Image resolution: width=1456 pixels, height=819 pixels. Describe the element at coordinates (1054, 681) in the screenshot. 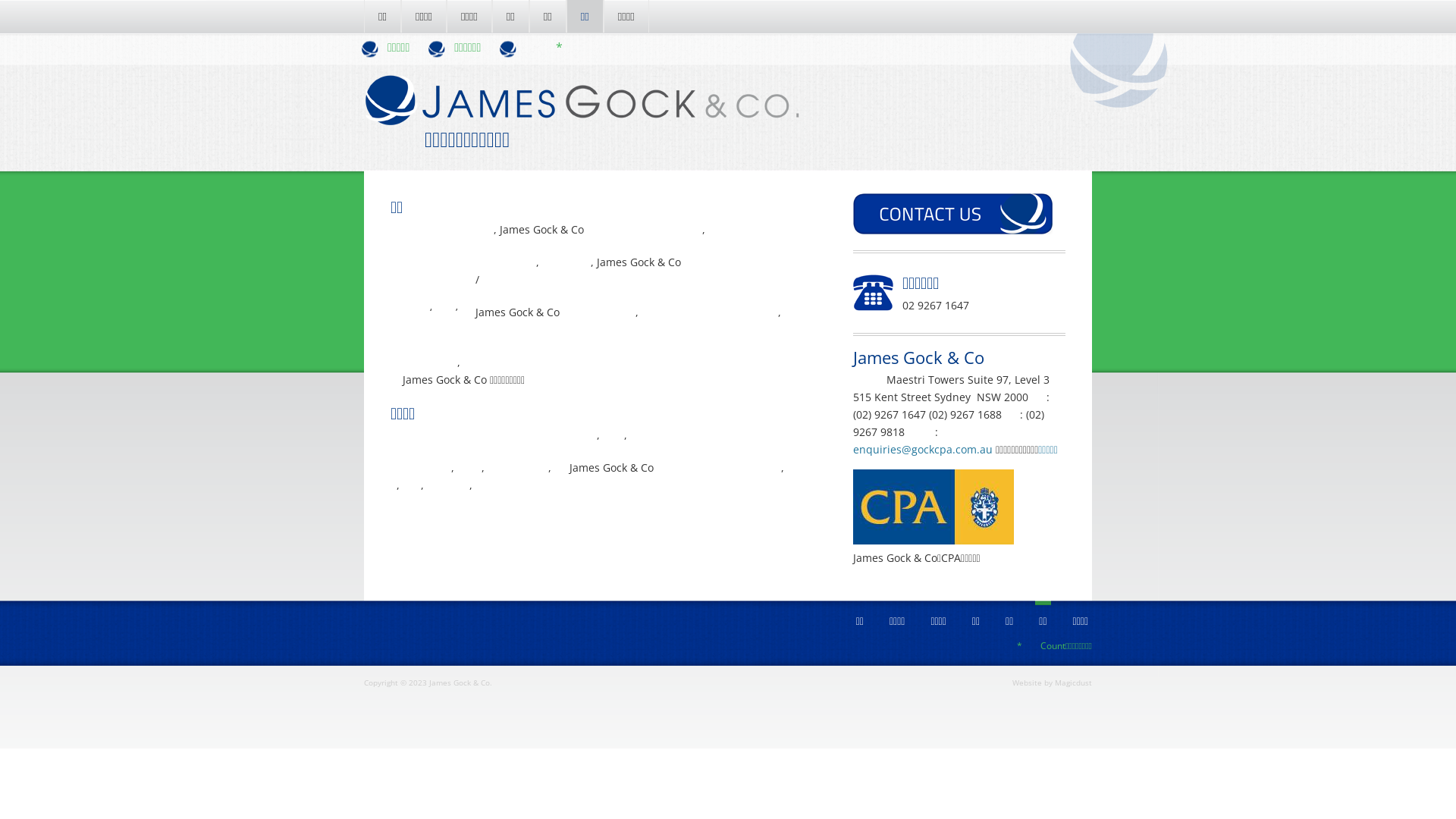

I see `'Magicdust'` at that location.